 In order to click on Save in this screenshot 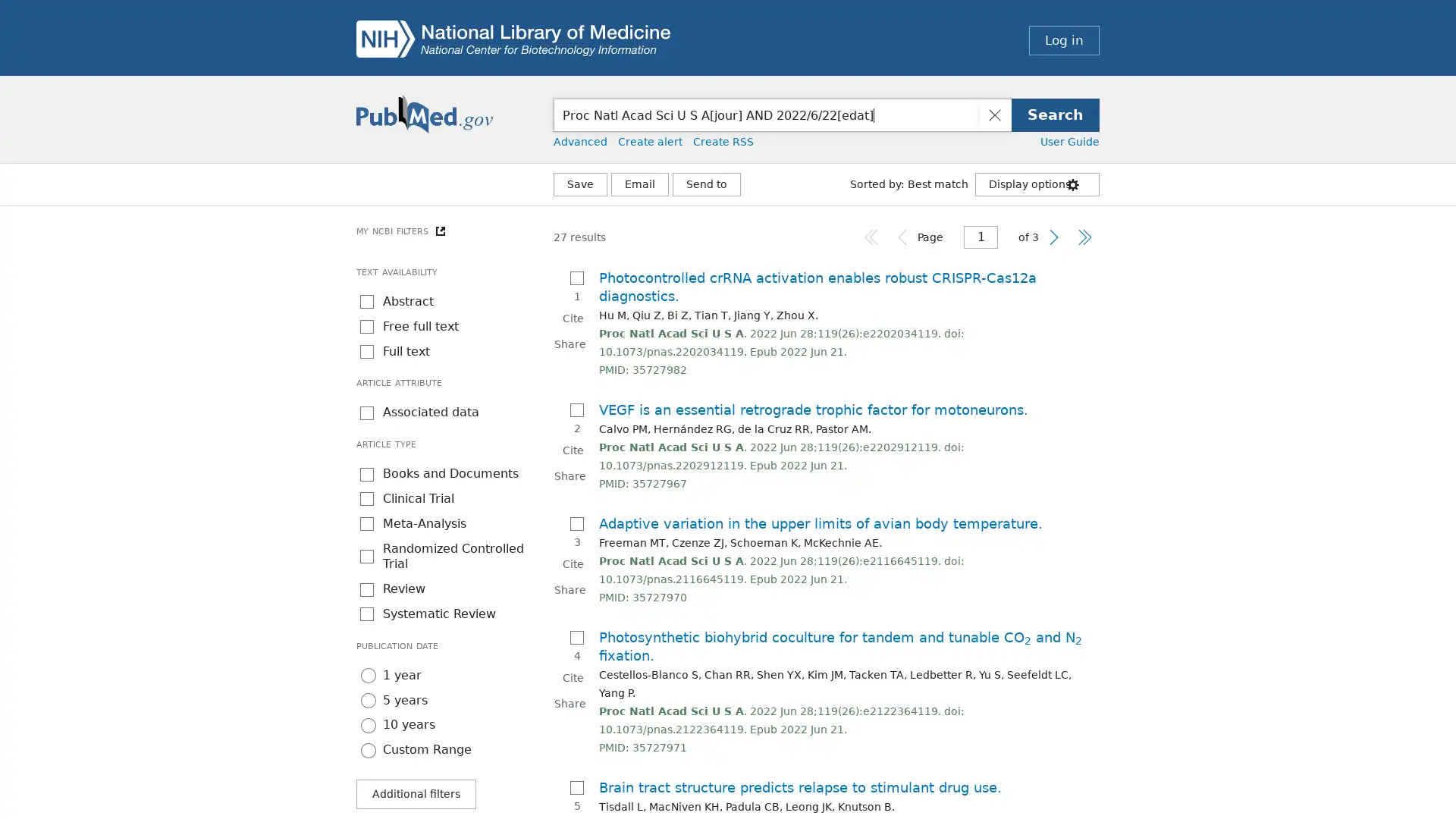, I will do `click(579, 184)`.